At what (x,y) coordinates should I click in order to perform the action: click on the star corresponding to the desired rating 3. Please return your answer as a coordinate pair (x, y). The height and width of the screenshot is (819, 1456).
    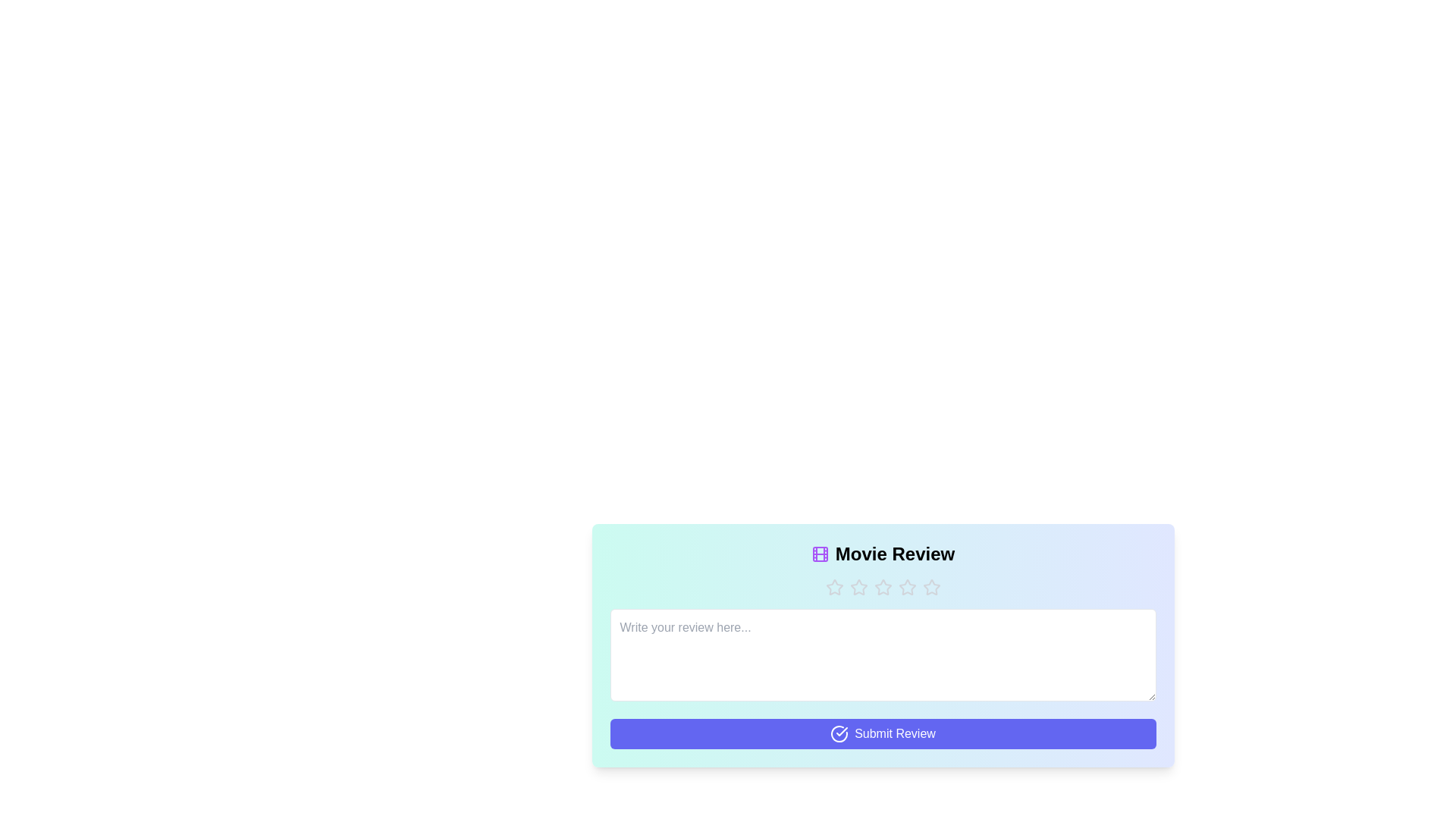
    Looking at the image, I should click on (883, 587).